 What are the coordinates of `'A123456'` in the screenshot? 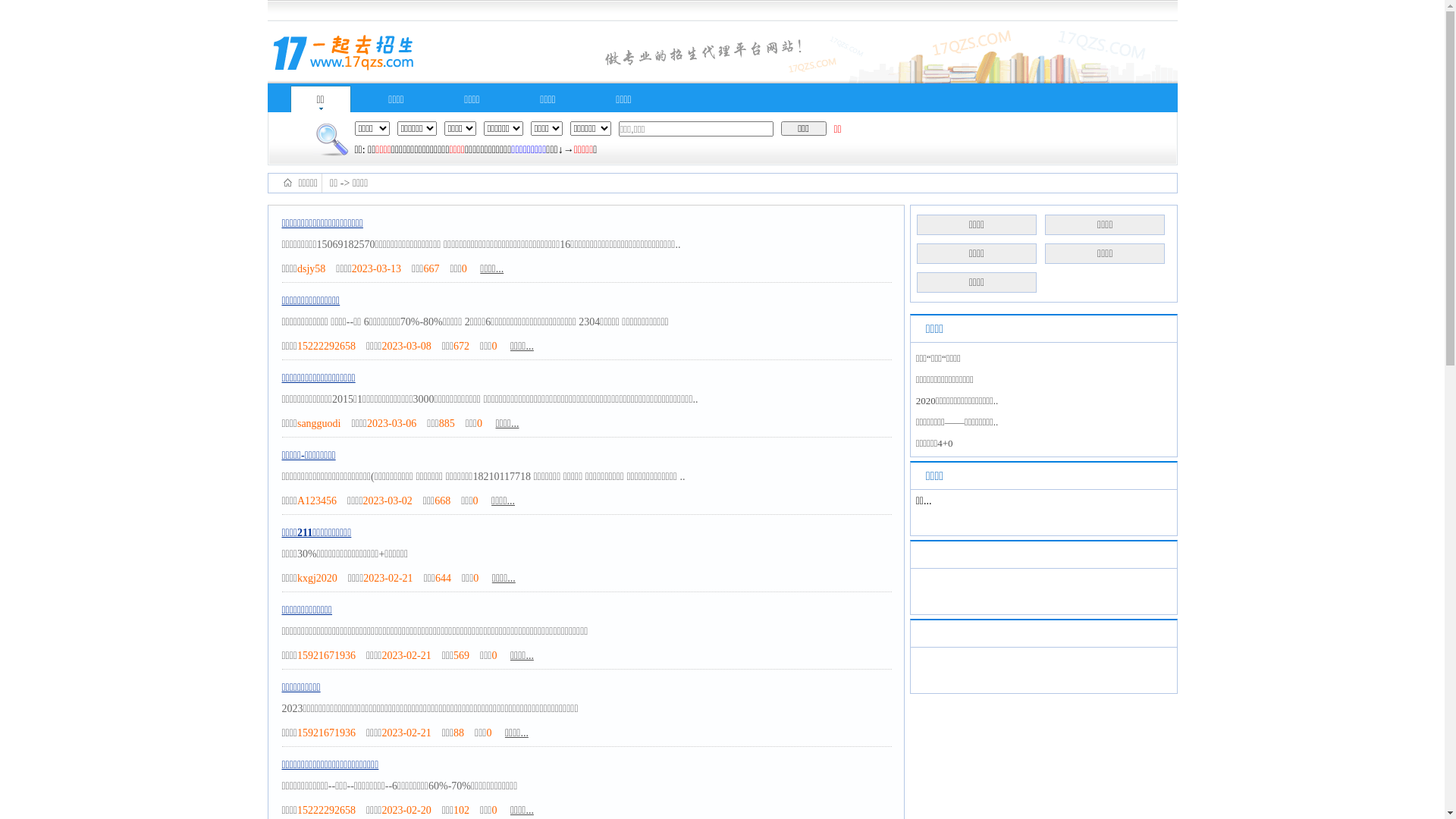 It's located at (315, 500).